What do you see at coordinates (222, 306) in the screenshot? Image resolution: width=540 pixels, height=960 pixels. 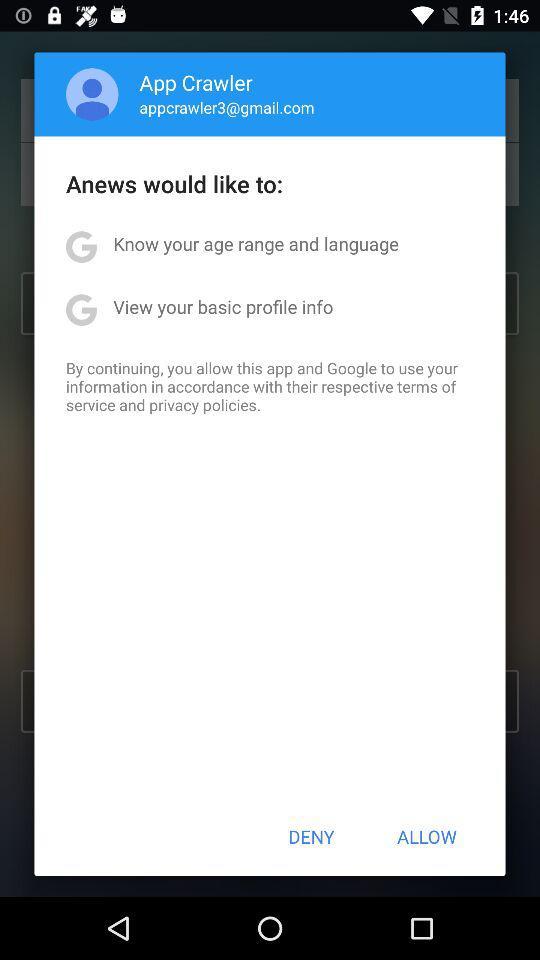 I see `the app below know your age item` at bounding box center [222, 306].